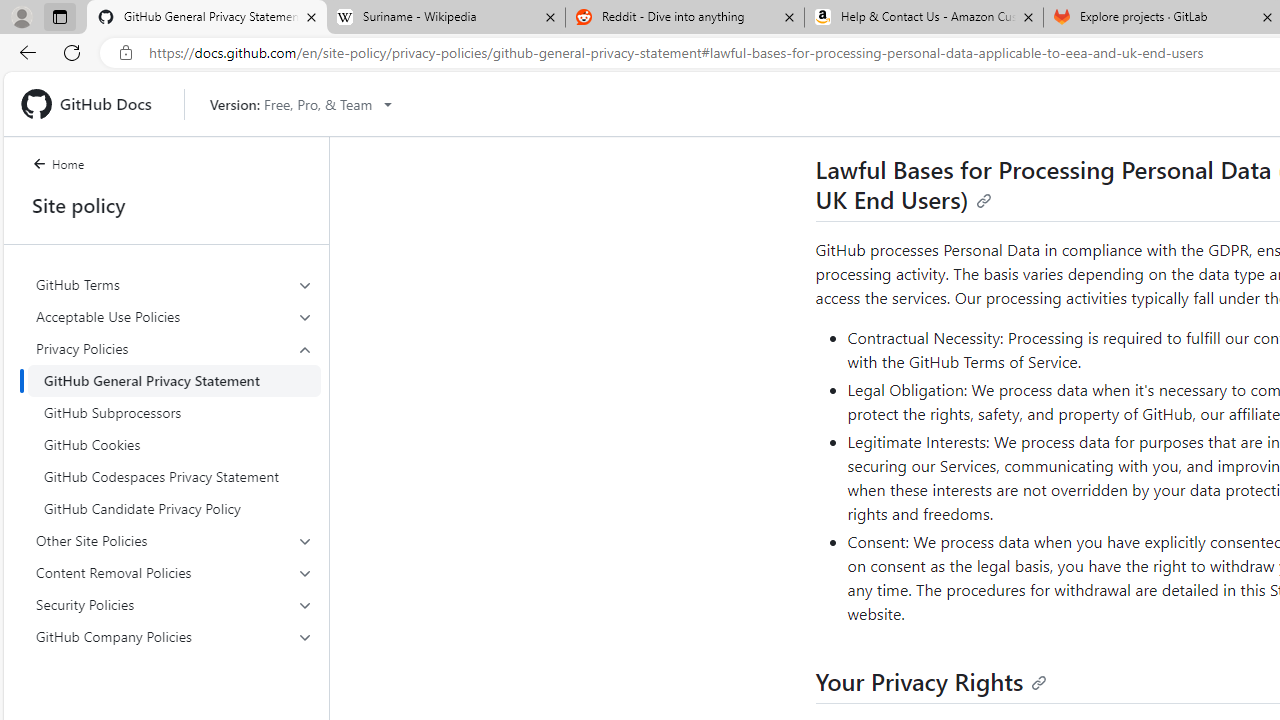 This screenshot has height=720, width=1280. Describe the element at coordinates (174, 315) in the screenshot. I see `'Acceptable Use Policies'` at that location.